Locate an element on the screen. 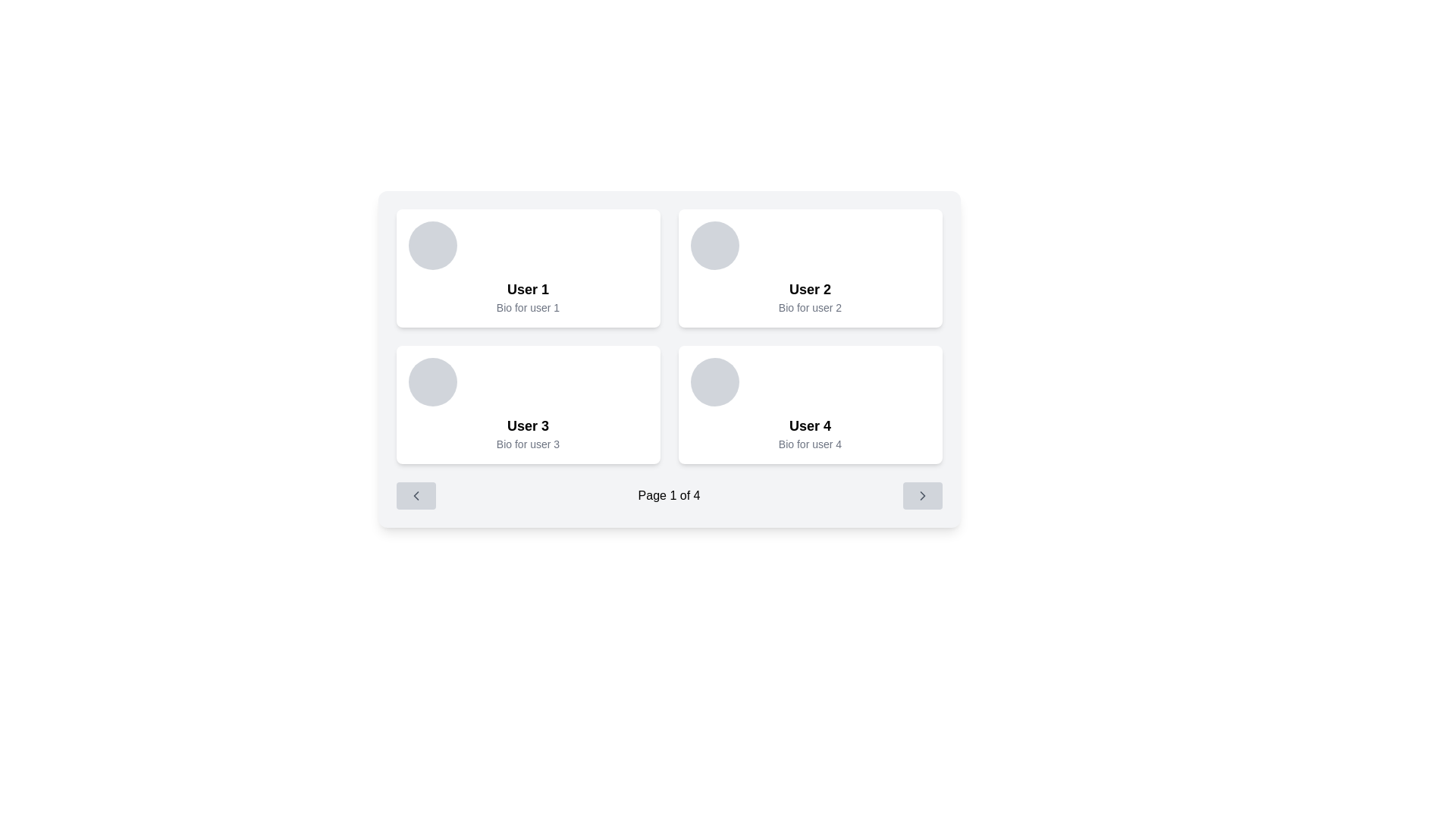 The width and height of the screenshot is (1456, 819). the image placeholder representing the user's profile picture at the top left corner of the 'User 2' card is located at coordinates (714, 245).